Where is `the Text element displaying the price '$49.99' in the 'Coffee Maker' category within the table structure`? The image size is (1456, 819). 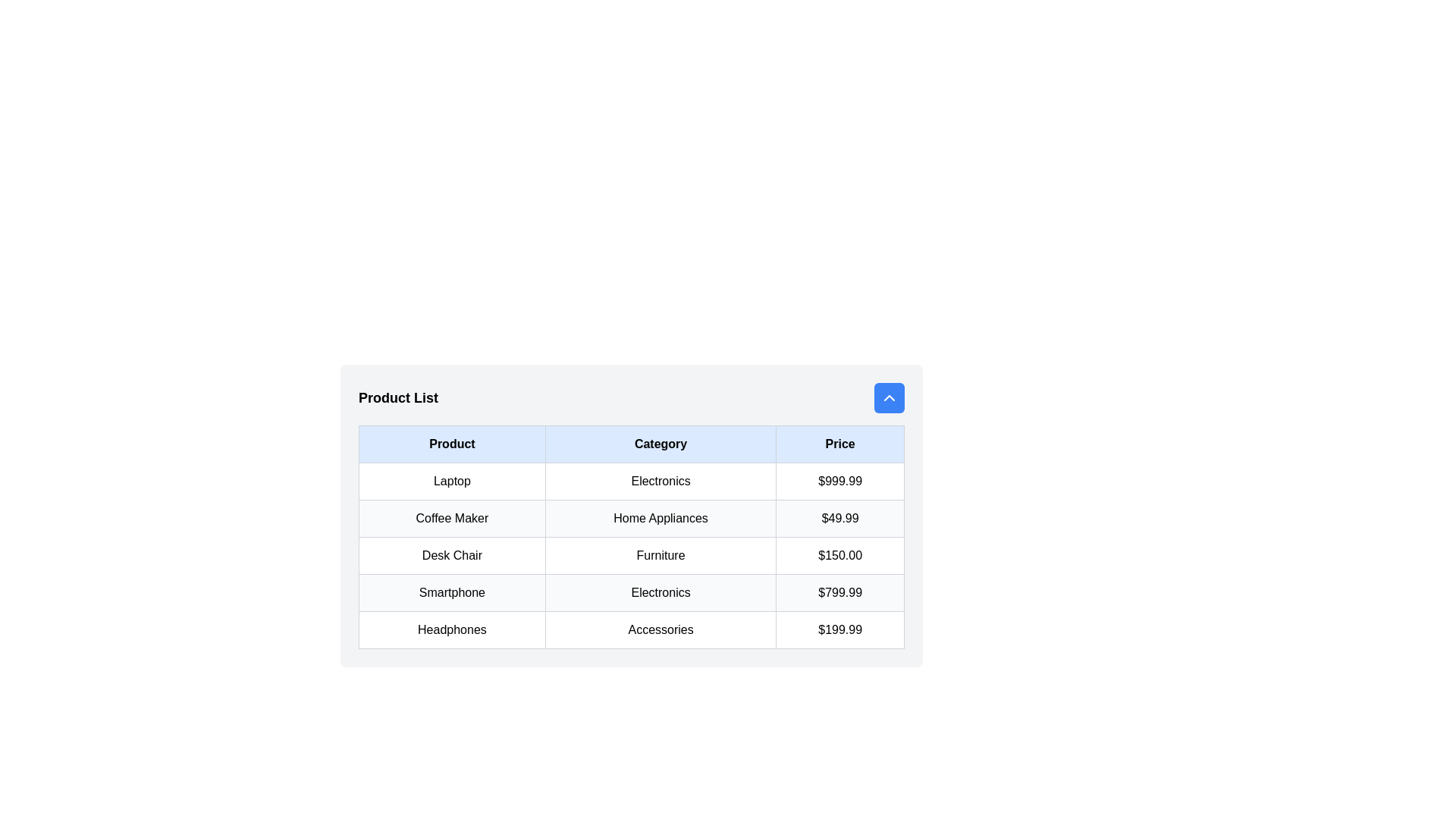 the Text element displaying the price '$49.99' in the 'Coffee Maker' category within the table structure is located at coordinates (839, 517).